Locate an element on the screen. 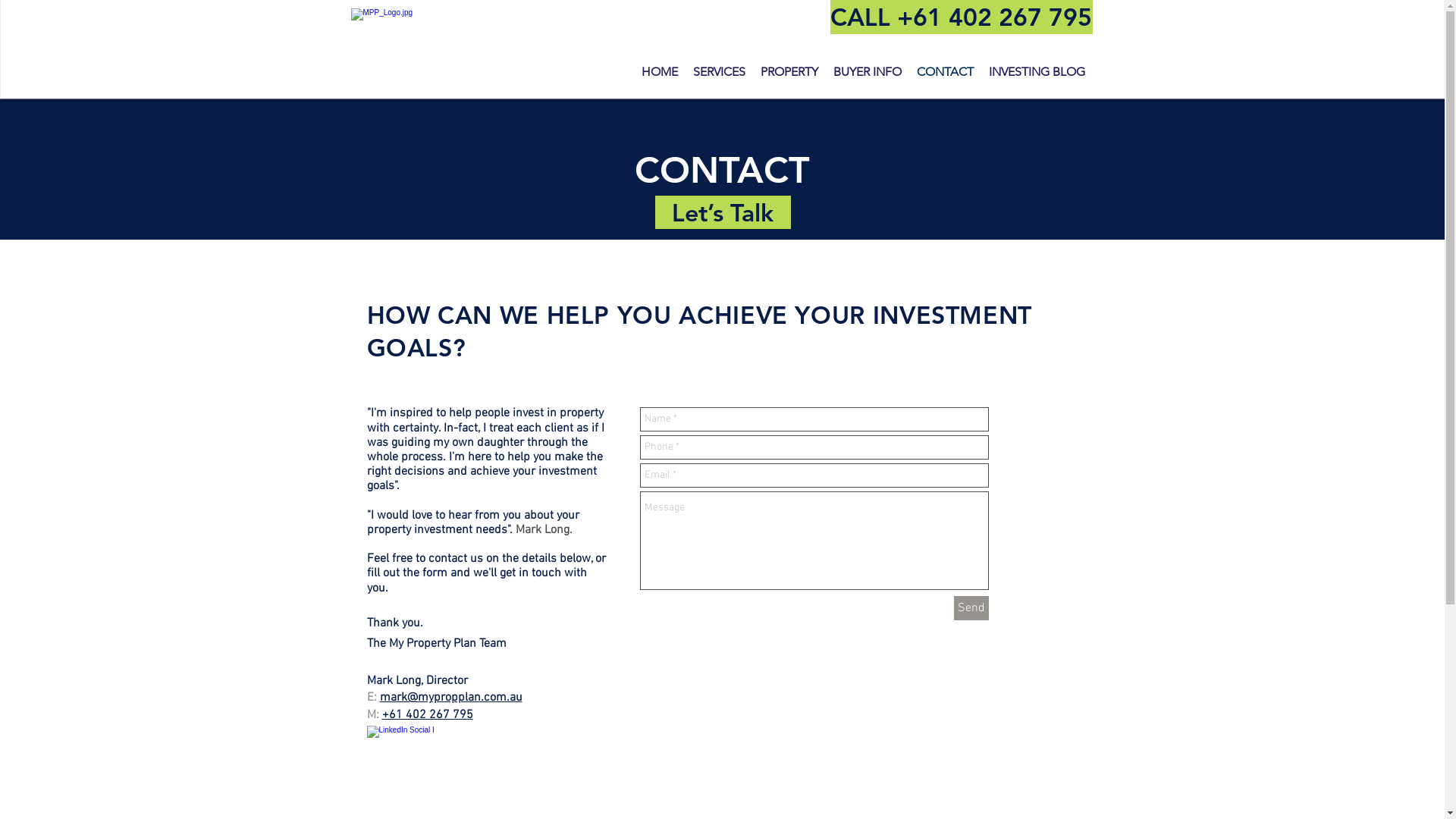  'SERVICES' is located at coordinates (718, 72).